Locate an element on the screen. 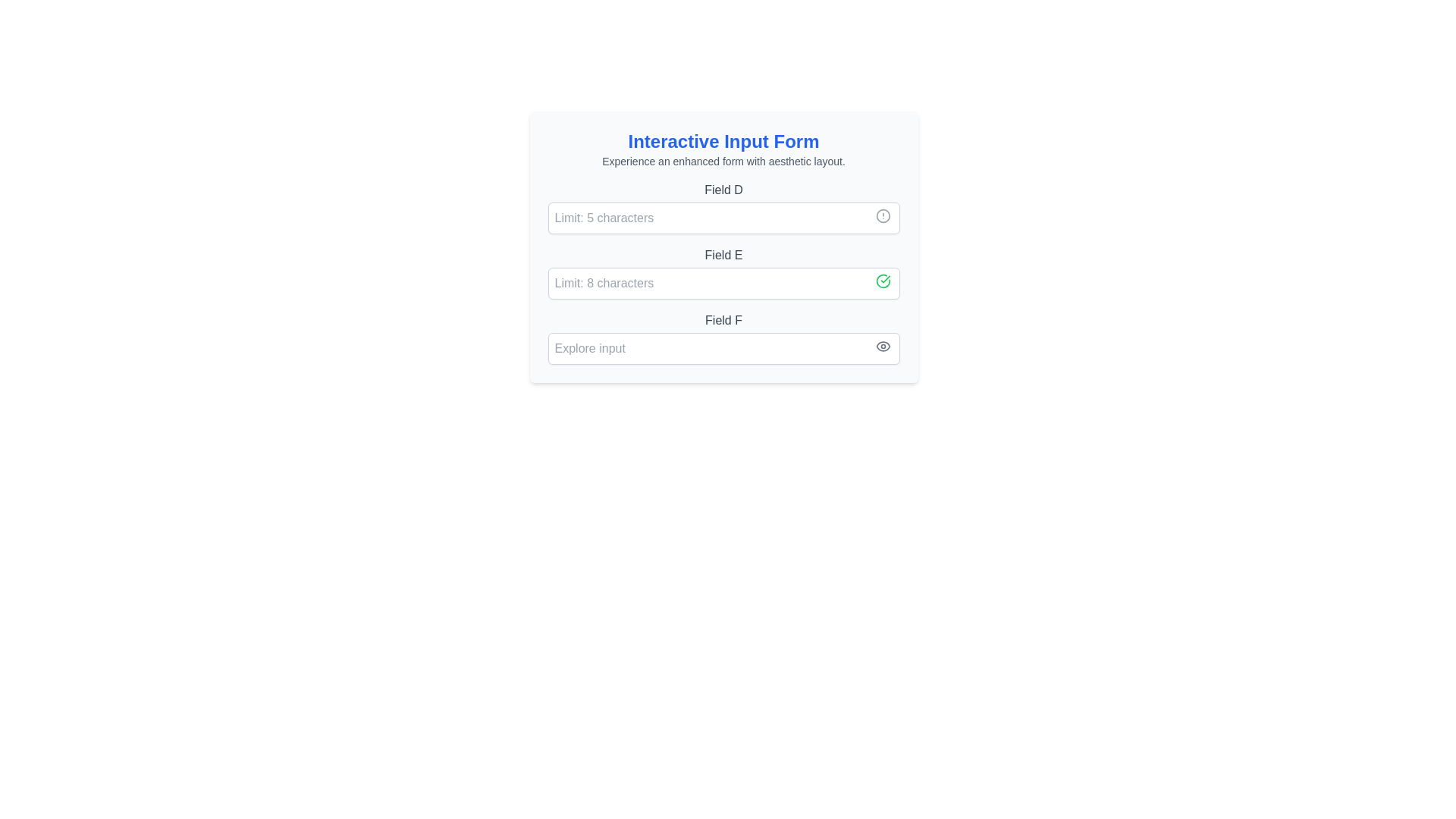 The height and width of the screenshot is (819, 1456). the 'Field F' text label, which is styled with a medium-weight gray font and positioned centrally in the input form, below 'Field E' and above the 'Explore input' field is located at coordinates (723, 320).